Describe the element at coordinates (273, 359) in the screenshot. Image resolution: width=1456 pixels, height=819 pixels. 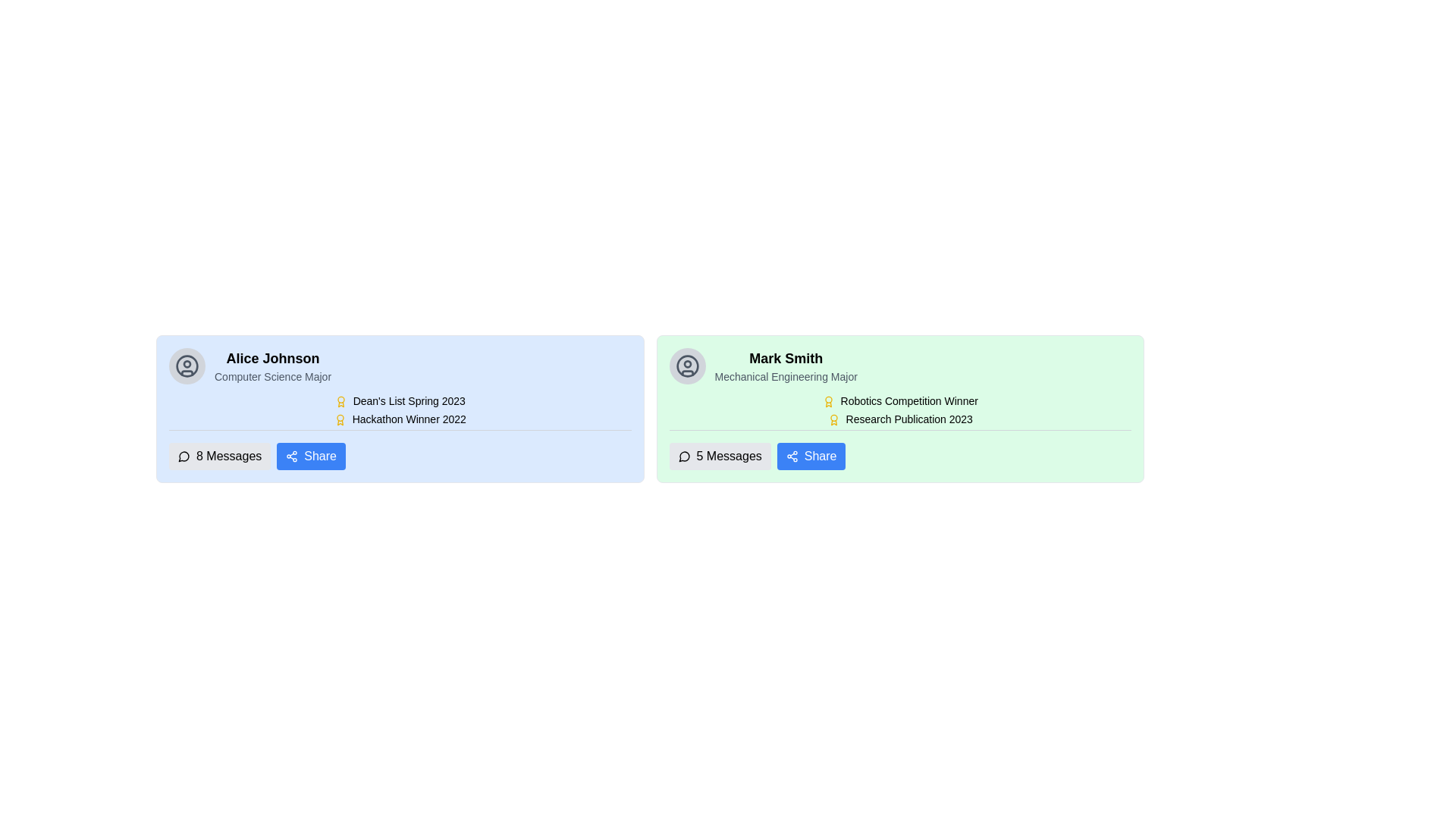
I see `the text label displaying 'Alice Johnson'` at that location.